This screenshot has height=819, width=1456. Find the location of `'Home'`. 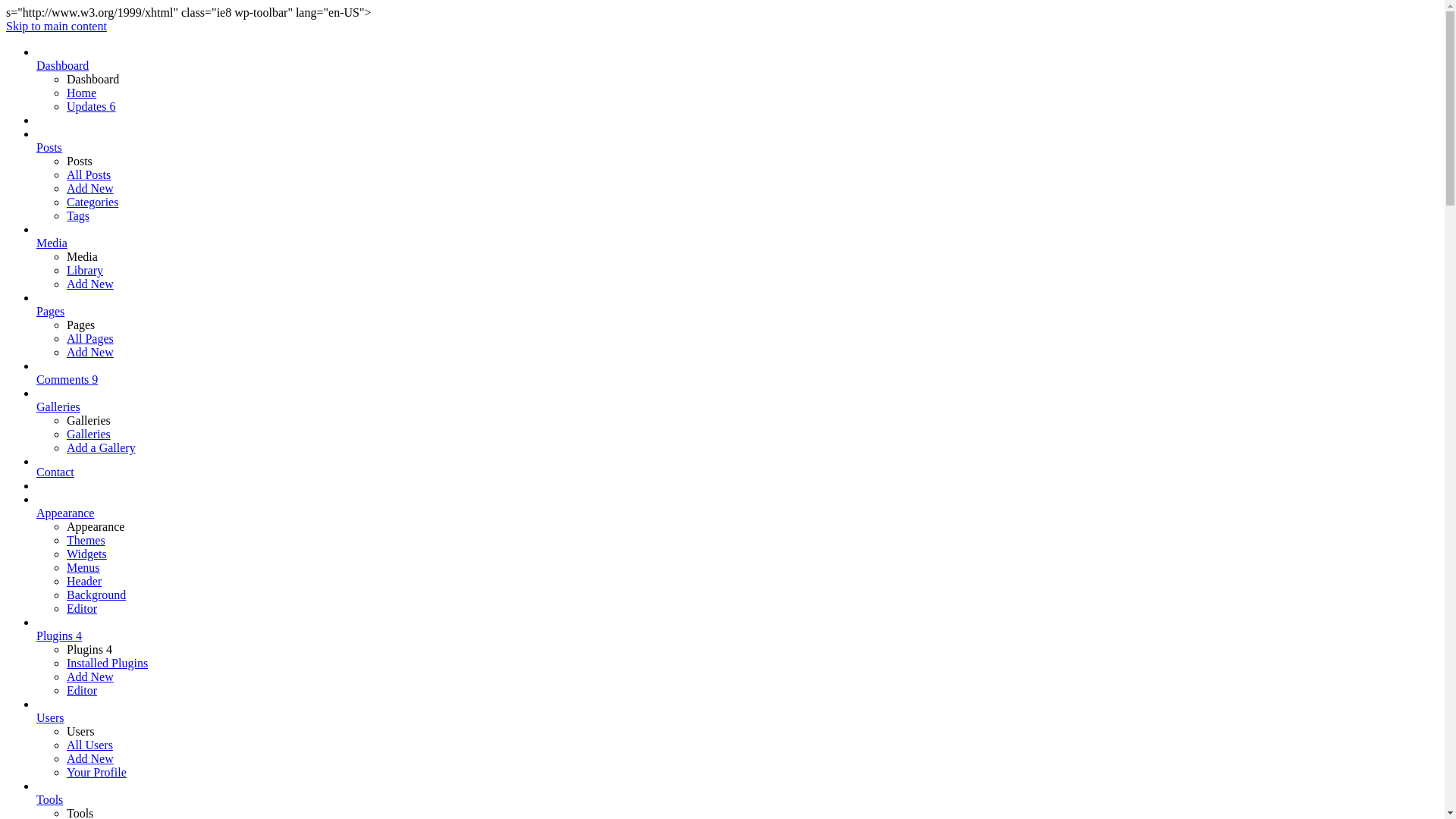

'Home' is located at coordinates (80, 93).